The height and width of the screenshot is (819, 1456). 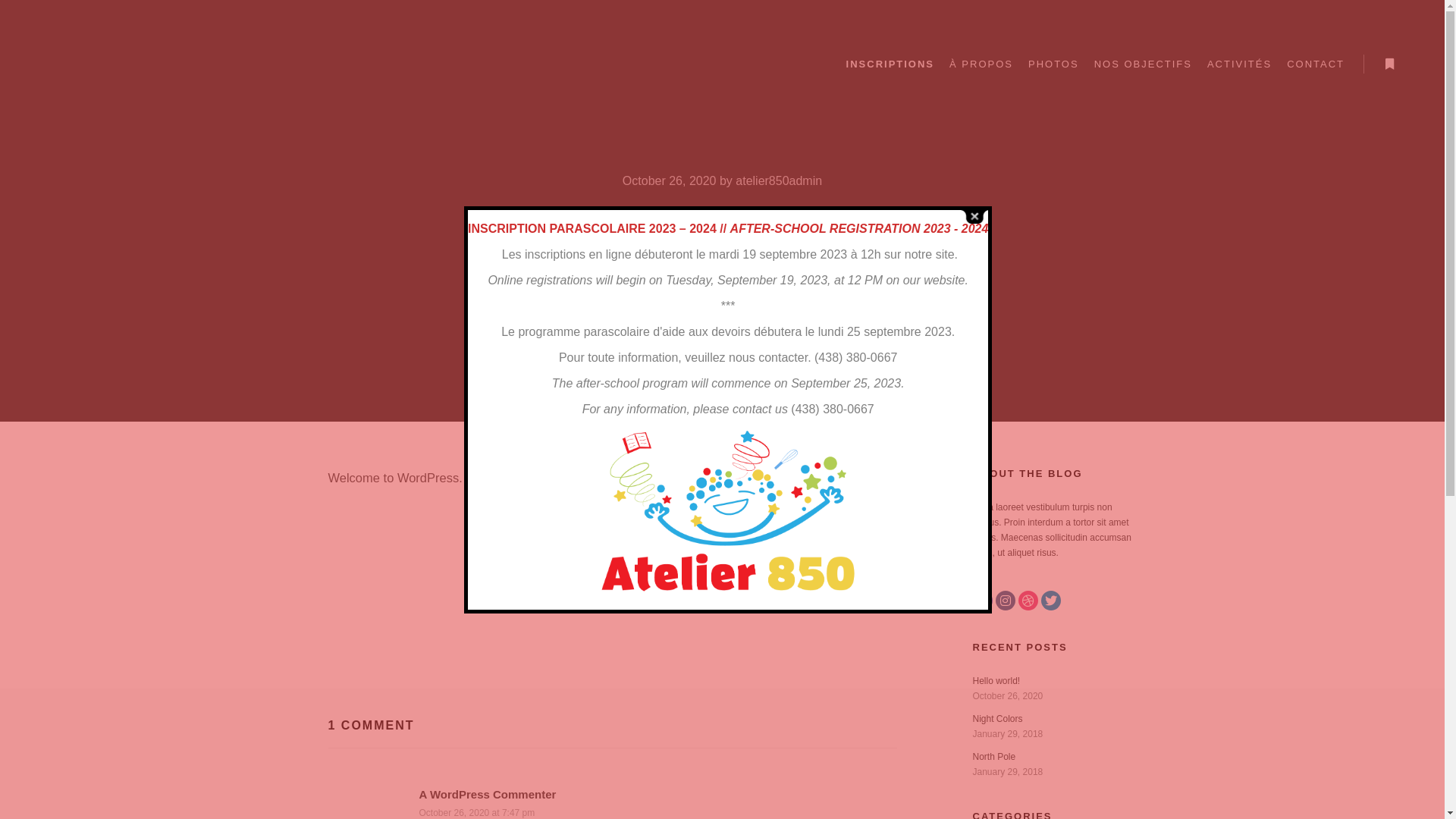 I want to click on 'October 26, 2020 at 7:47 pm', so click(x=475, y=812).